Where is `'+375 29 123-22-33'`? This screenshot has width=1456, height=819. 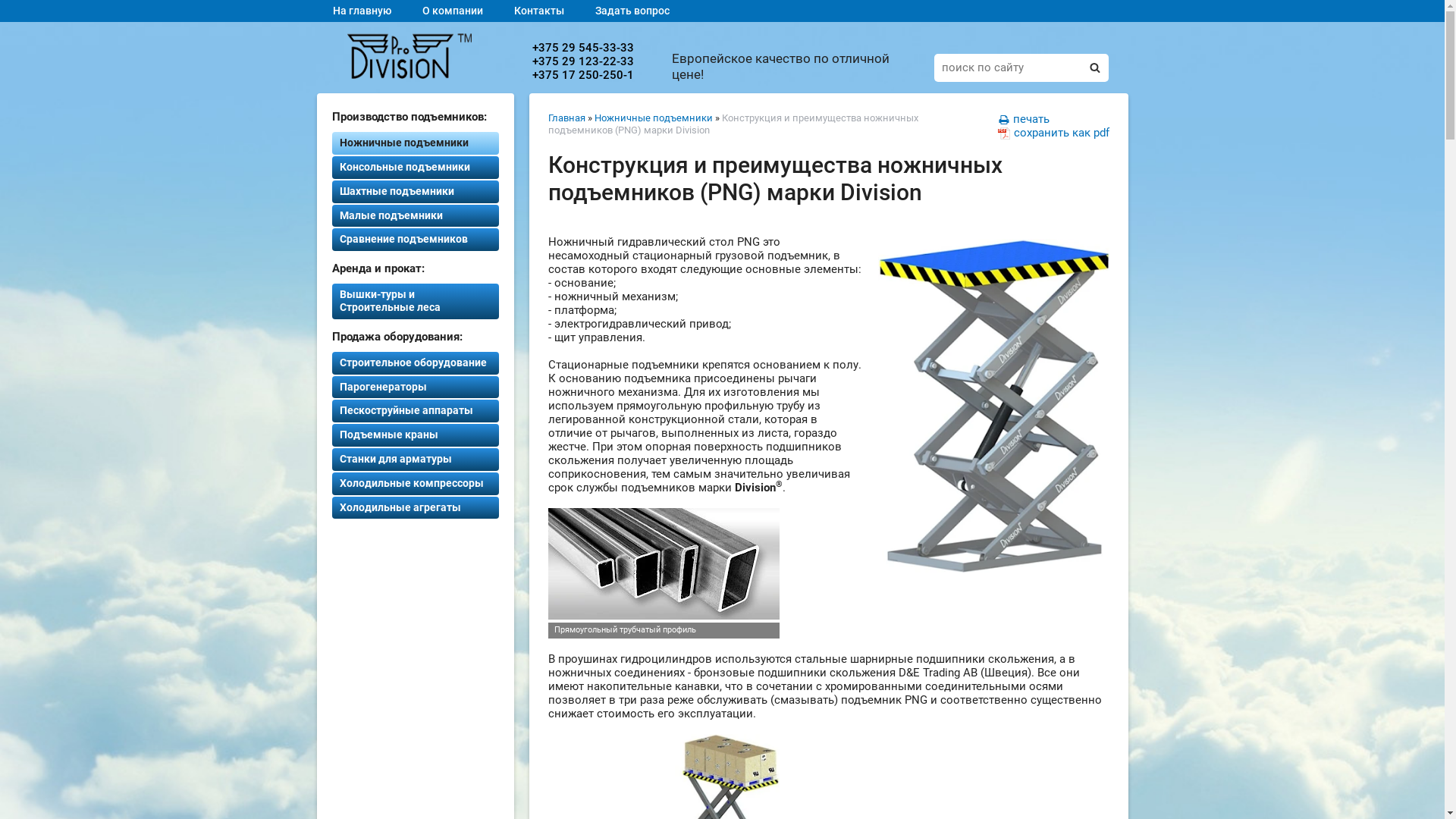 '+375 29 123-22-33' is located at coordinates (582, 61).